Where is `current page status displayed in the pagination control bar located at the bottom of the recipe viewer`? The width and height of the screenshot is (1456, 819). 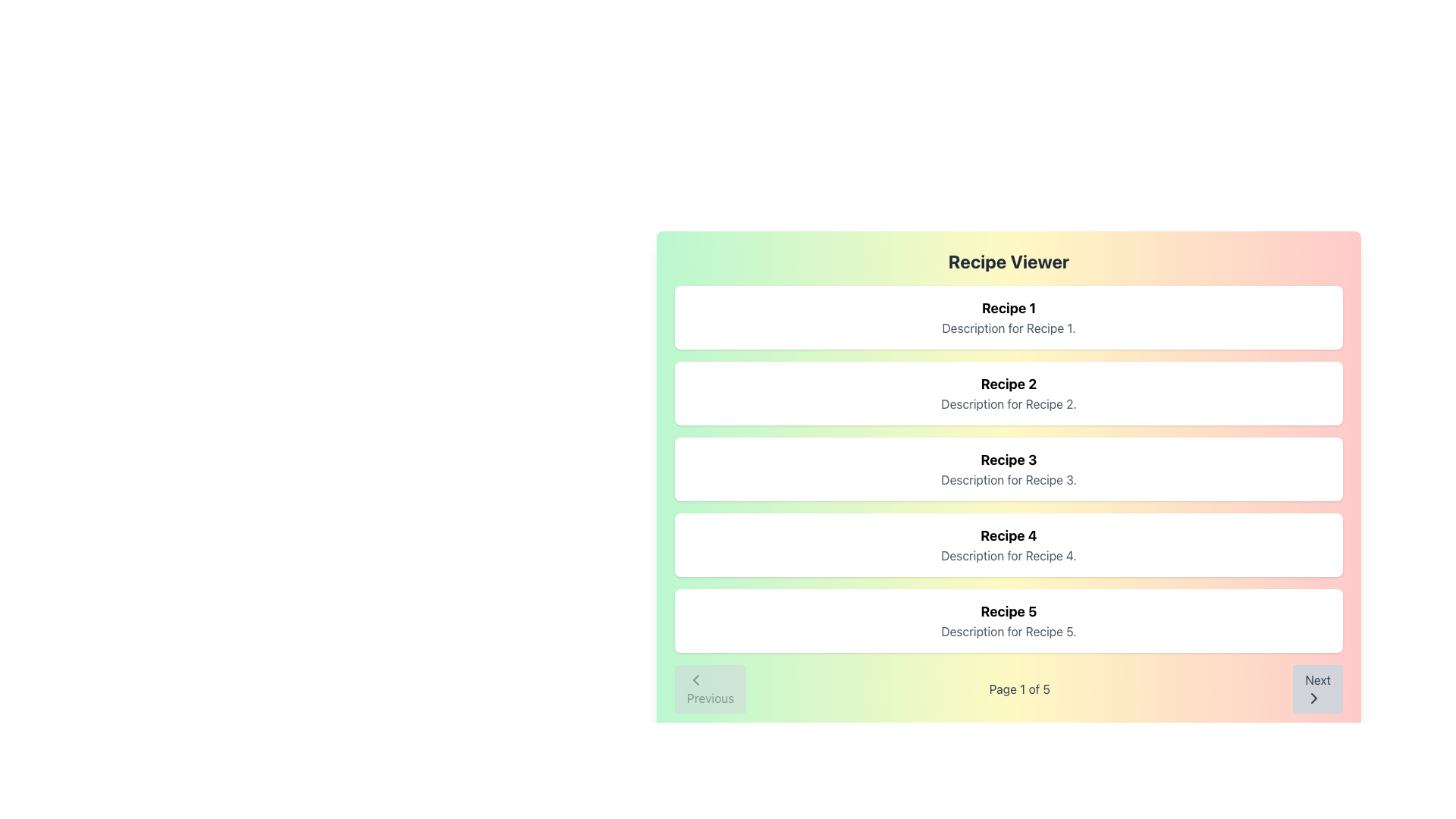 current page status displayed in the pagination control bar located at the bottom of the recipe viewer is located at coordinates (1009, 689).